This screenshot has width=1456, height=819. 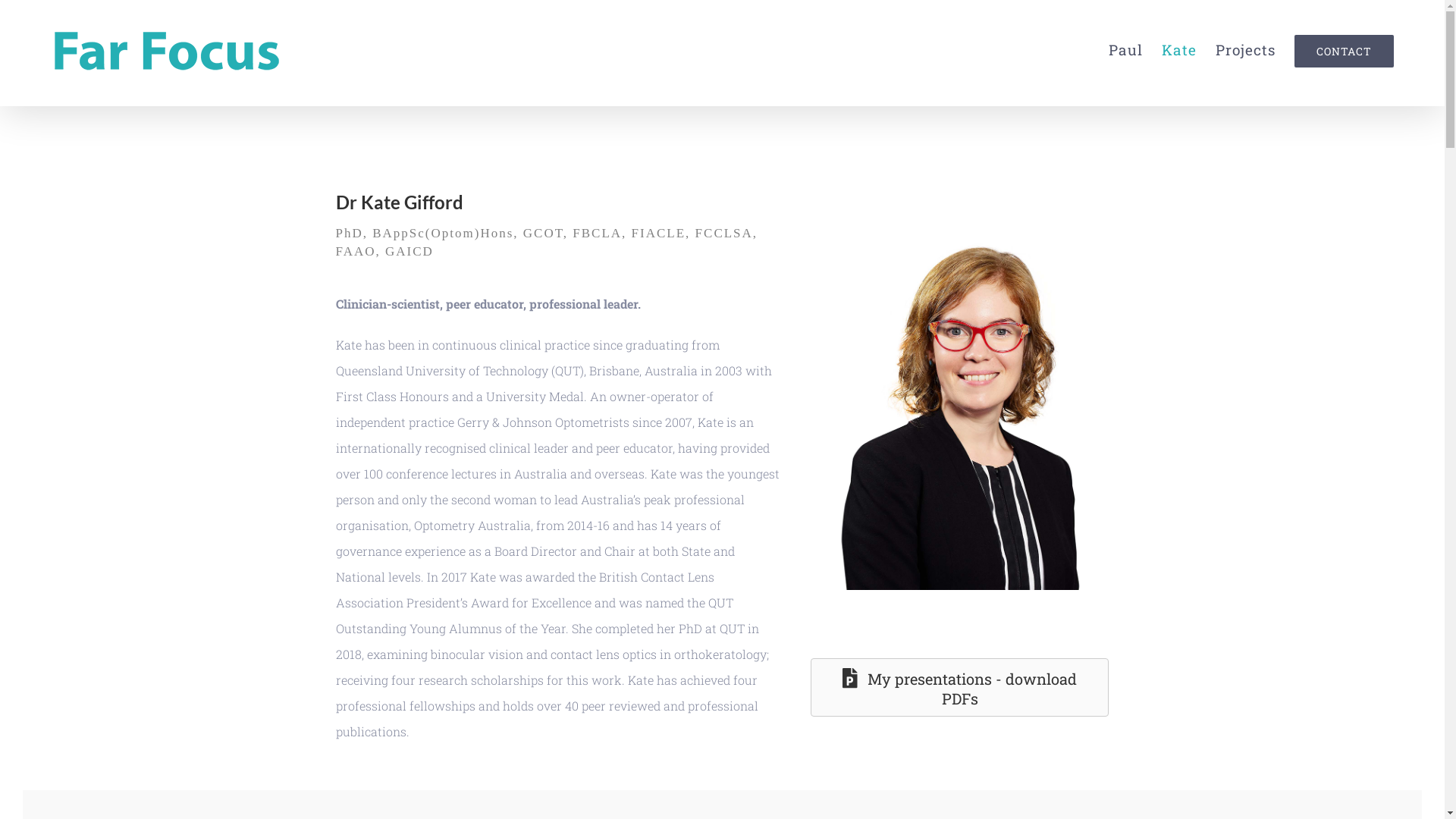 I want to click on 'Paul', so click(x=1125, y=49).